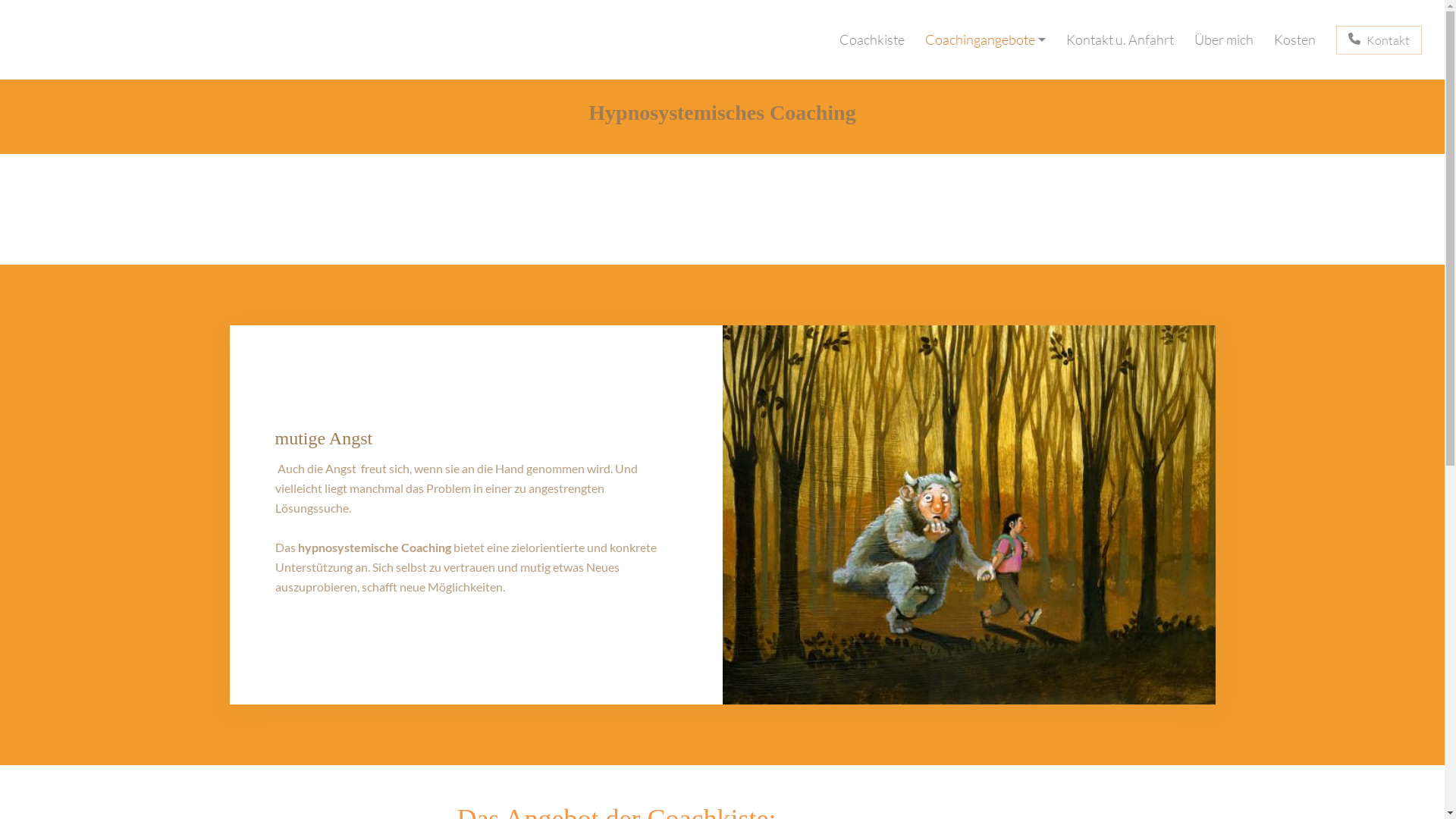  I want to click on 'Kontakt u. Anfahrt', so click(1120, 38).